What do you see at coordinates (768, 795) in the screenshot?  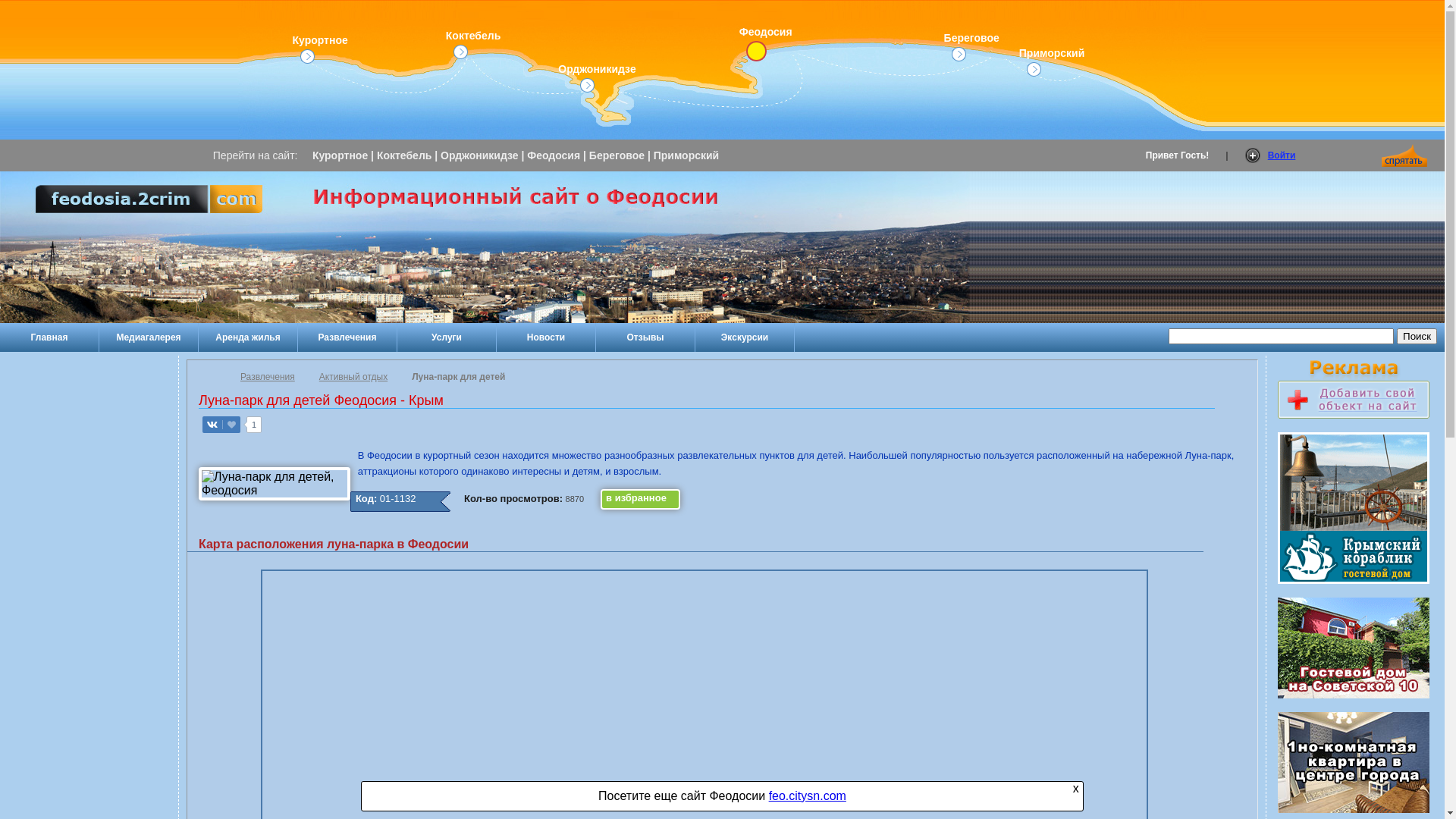 I see `'feo.citysn.com'` at bounding box center [768, 795].